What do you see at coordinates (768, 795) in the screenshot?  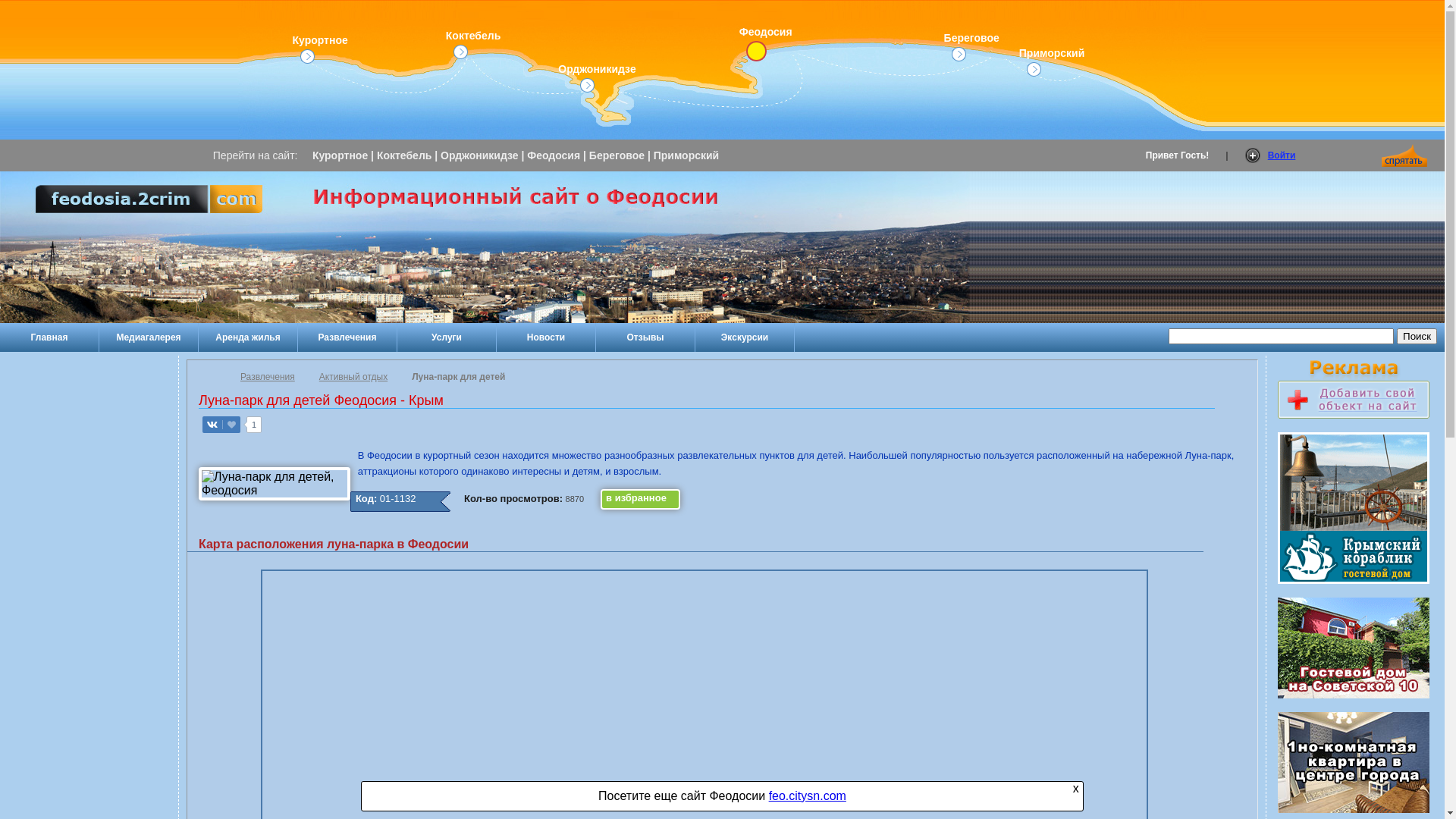 I see `'feo.citysn.com'` at bounding box center [768, 795].